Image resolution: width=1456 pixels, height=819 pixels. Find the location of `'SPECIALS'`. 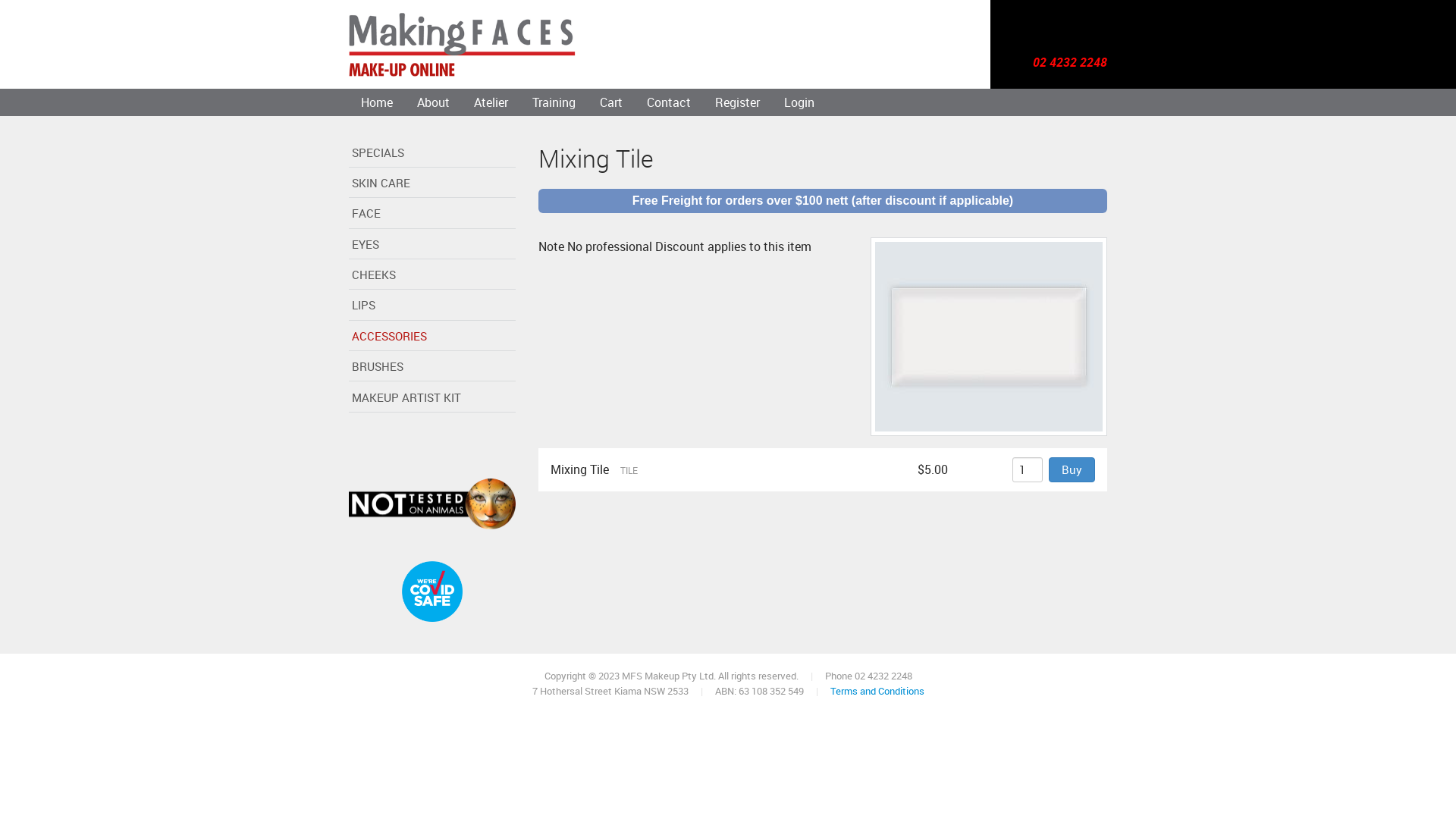

'SPECIALS' is located at coordinates (431, 154).